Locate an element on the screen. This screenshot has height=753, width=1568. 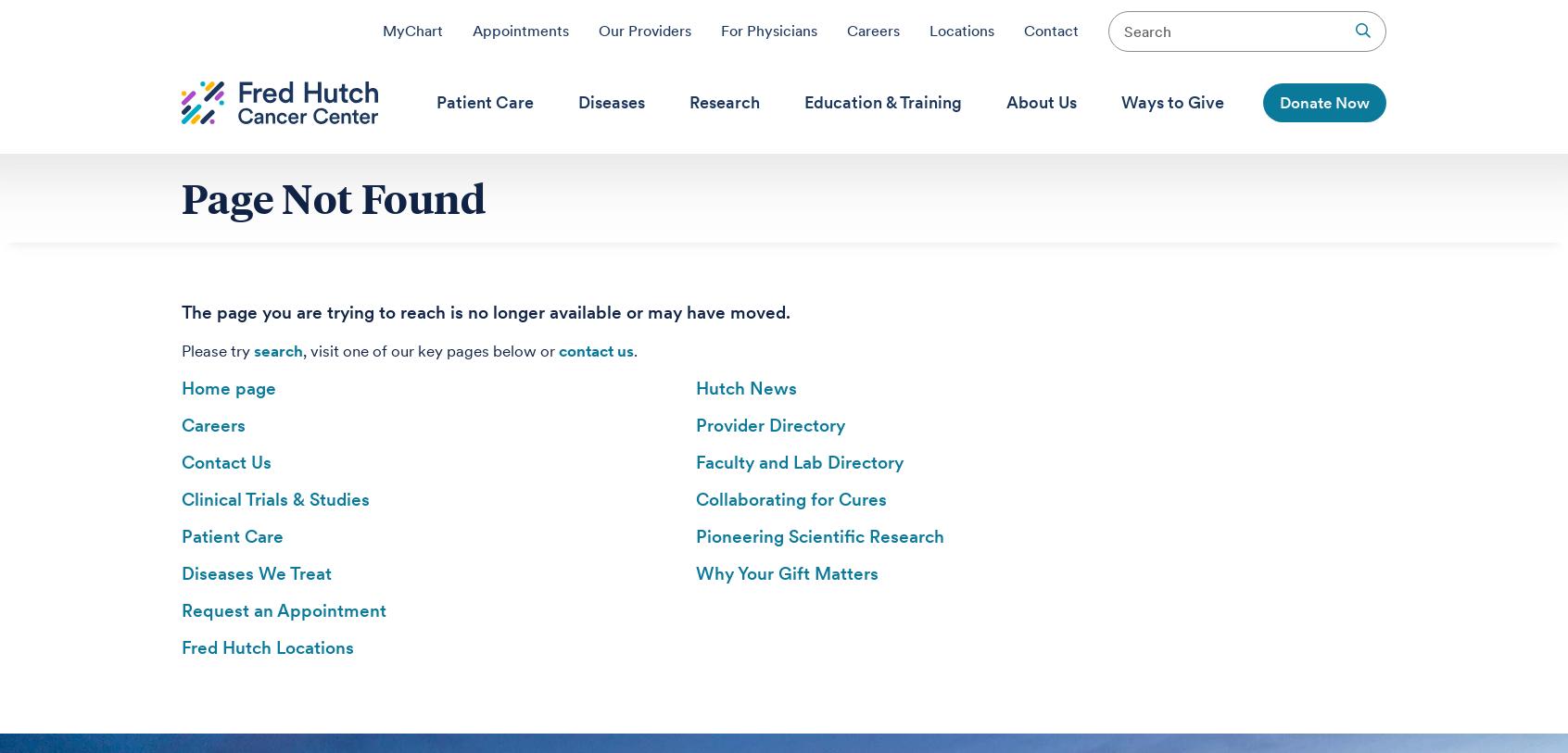
'.' is located at coordinates (635, 350).